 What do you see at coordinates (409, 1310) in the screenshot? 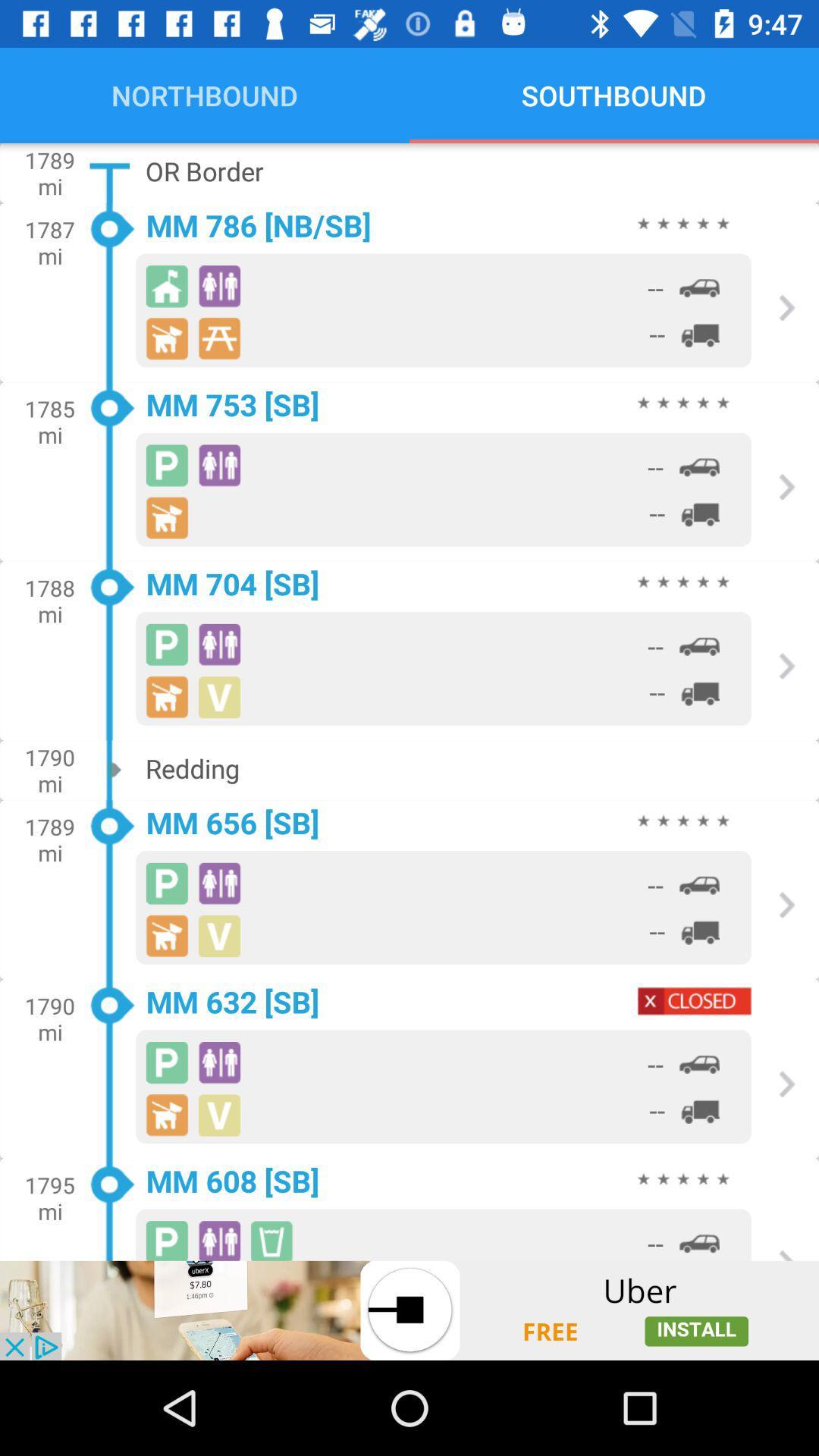
I see `advertisement` at bounding box center [409, 1310].